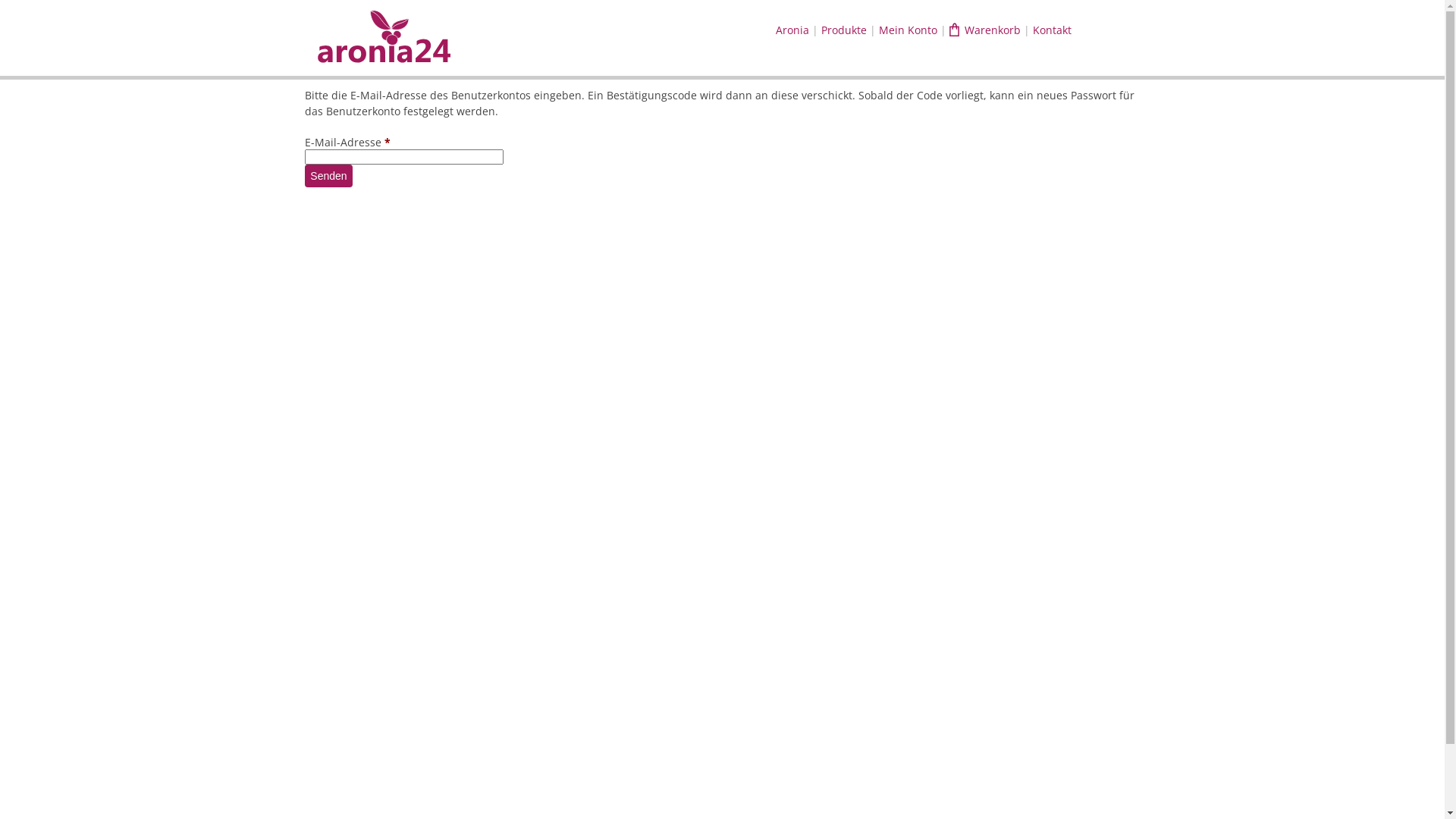  Describe the element at coordinates (327, 174) in the screenshot. I see `'Senden'` at that location.